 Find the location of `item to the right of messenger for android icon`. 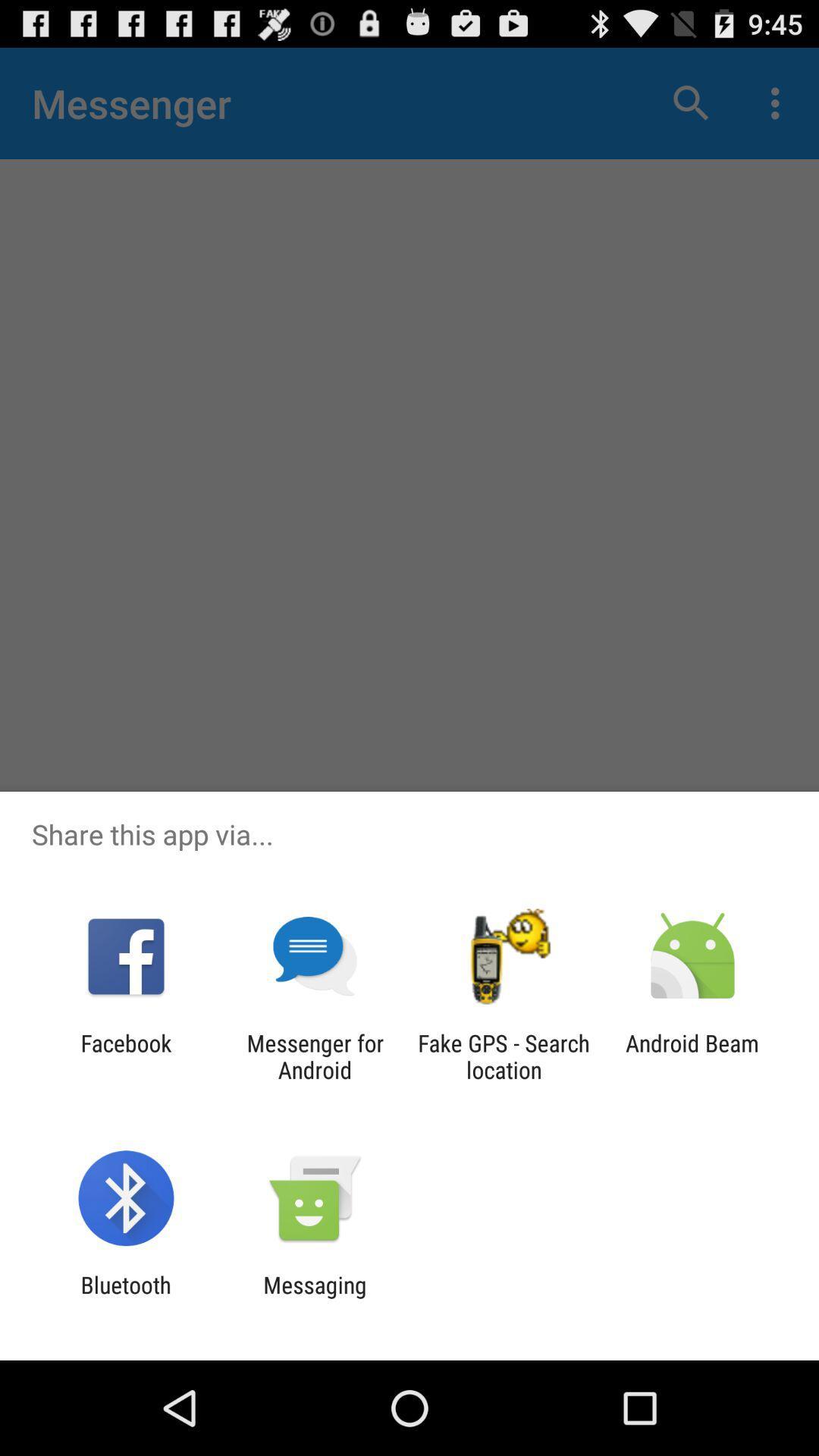

item to the right of messenger for android icon is located at coordinates (504, 1056).